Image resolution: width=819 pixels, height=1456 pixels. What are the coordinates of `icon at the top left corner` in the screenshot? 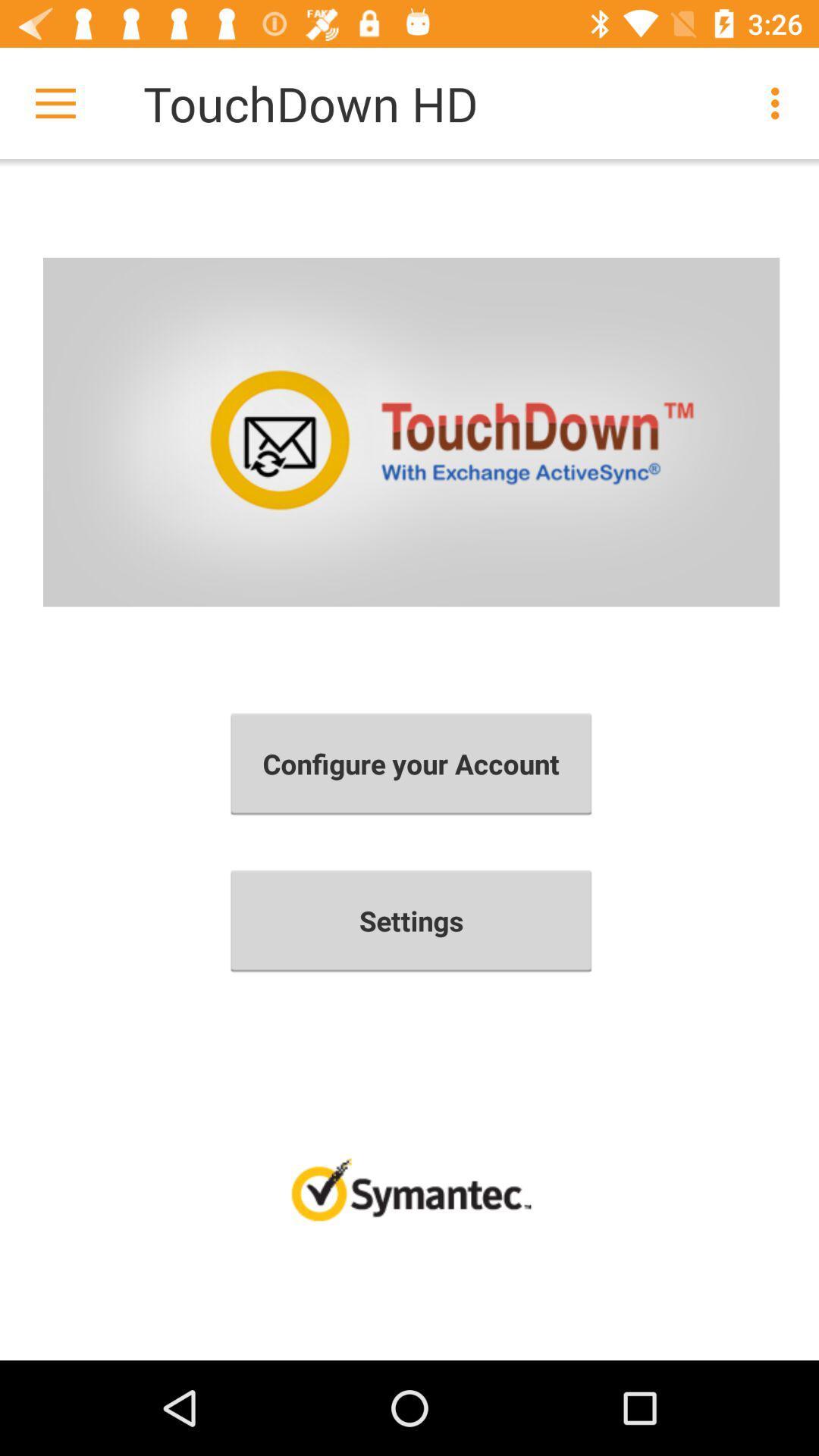 It's located at (55, 102).